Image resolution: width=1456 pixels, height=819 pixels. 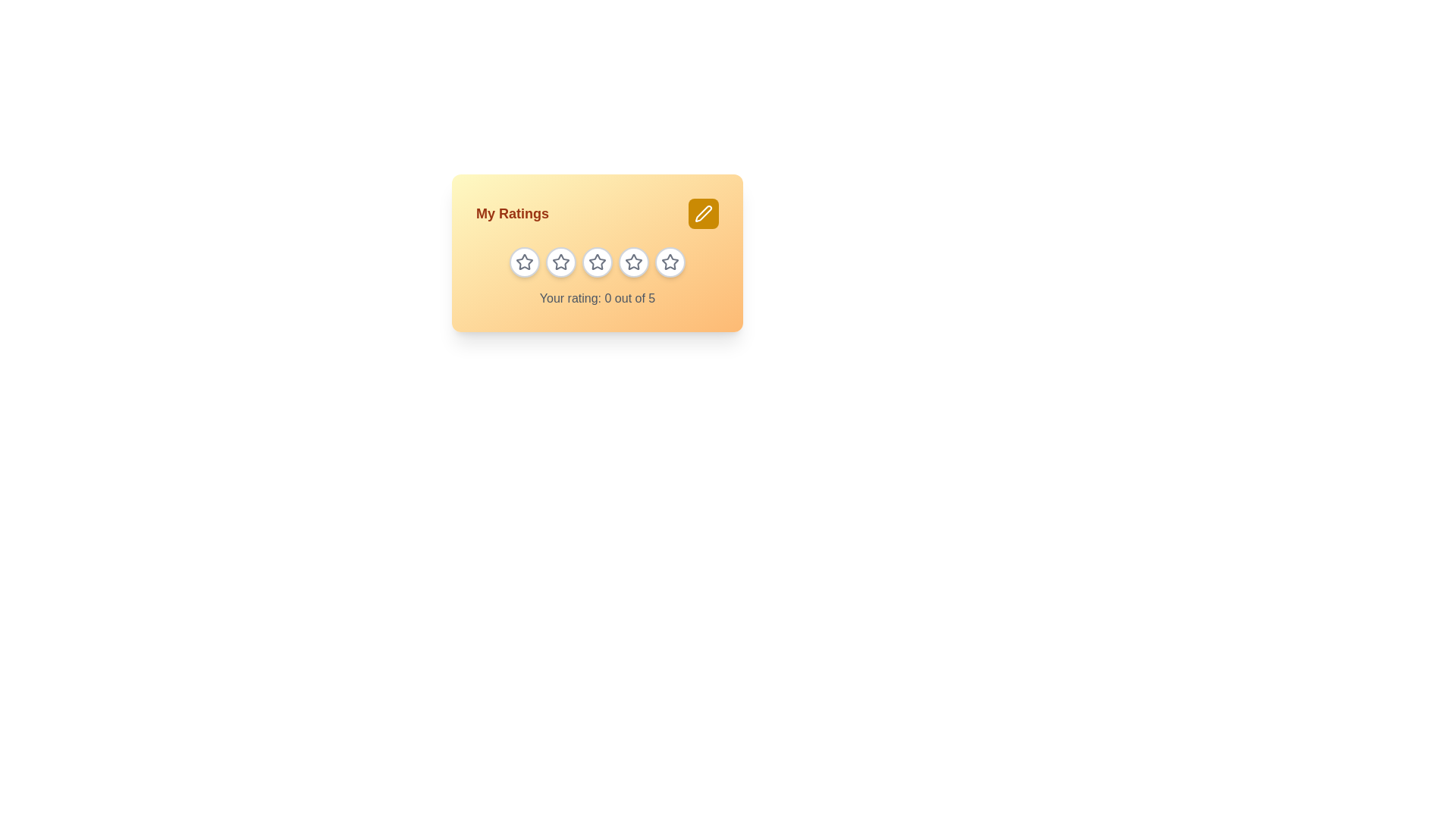 I want to click on the first star icon in the five-star rating system on the yellow card labeled 'My Ratings', so click(x=524, y=261).